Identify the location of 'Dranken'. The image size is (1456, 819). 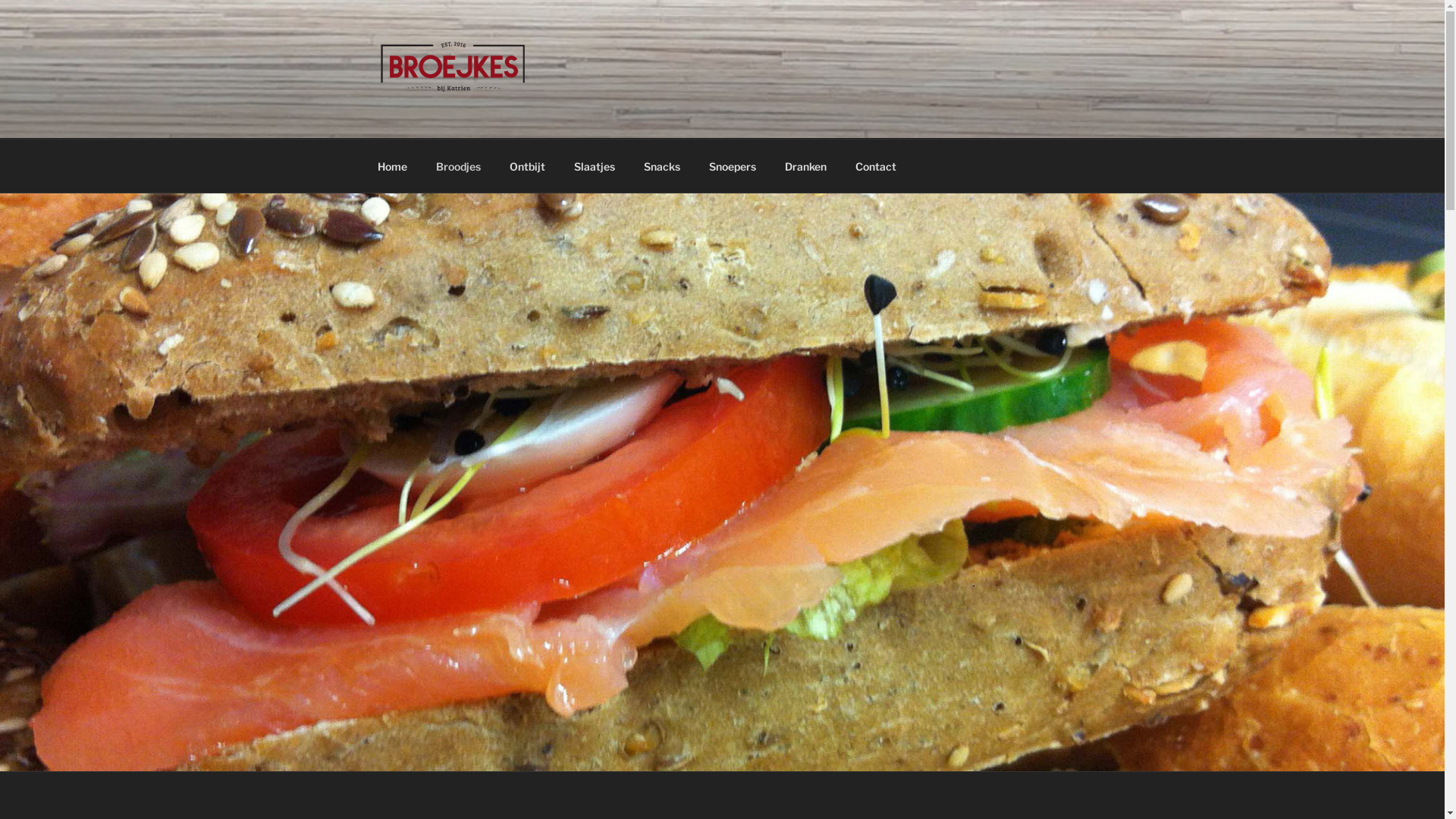
(805, 165).